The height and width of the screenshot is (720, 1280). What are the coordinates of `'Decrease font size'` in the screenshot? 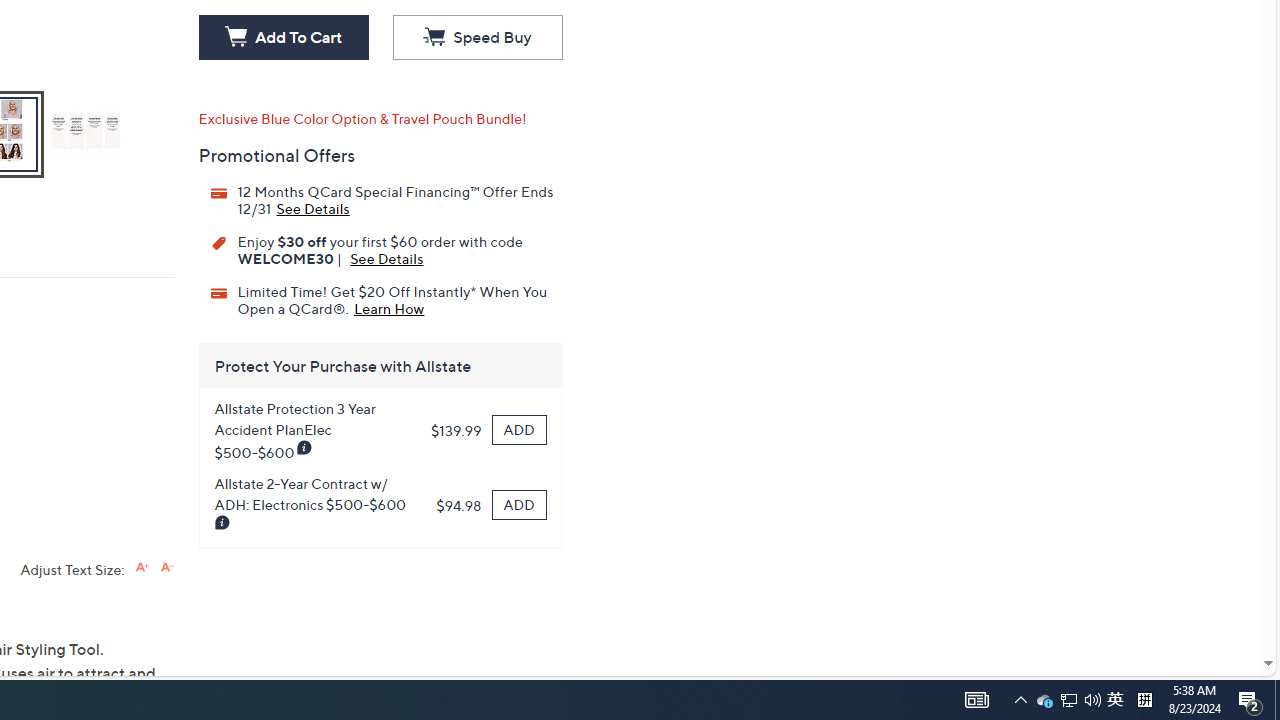 It's located at (167, 567).